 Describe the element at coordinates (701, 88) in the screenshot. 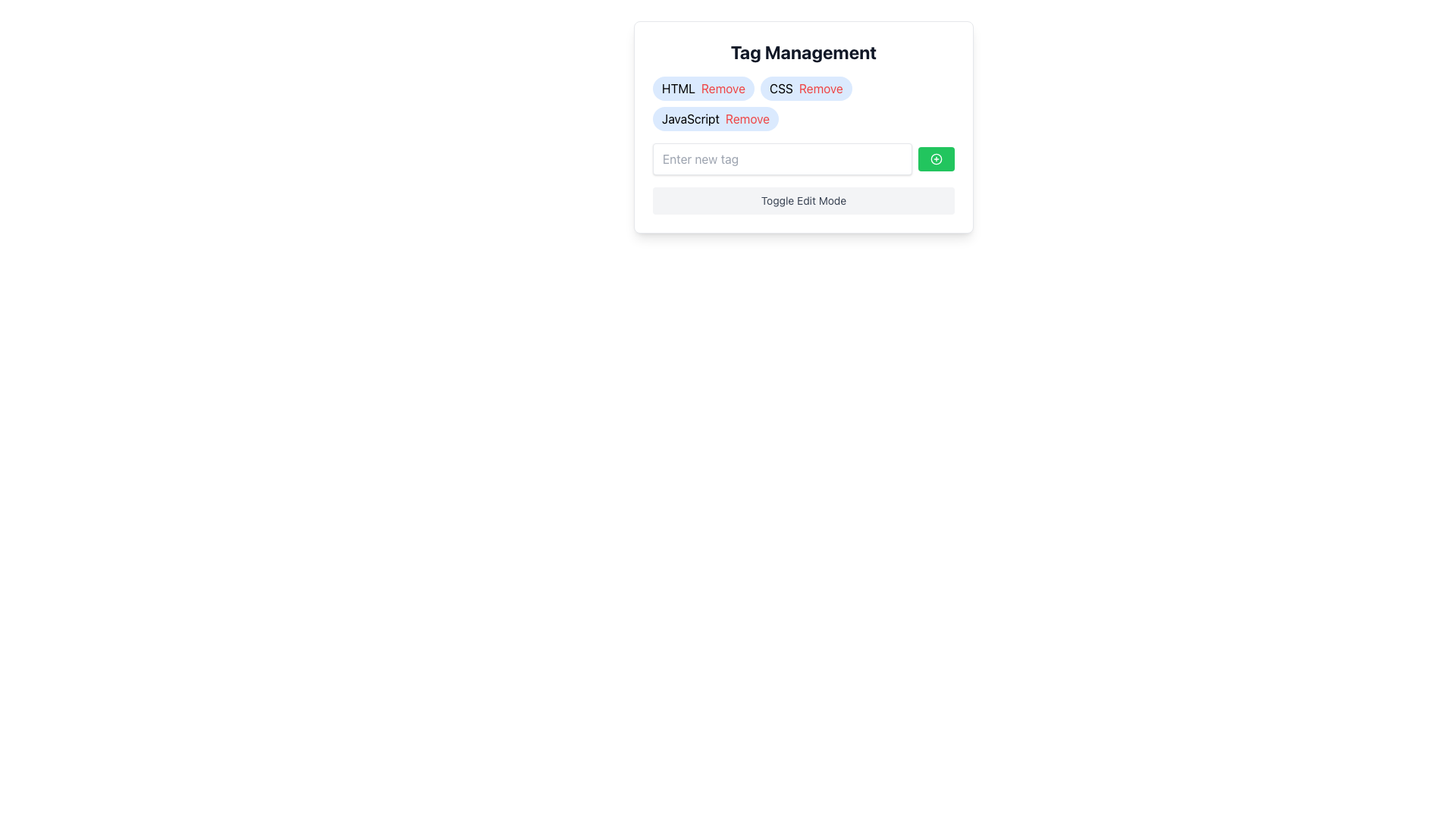

I see `the 'HTML' tag` at that location.